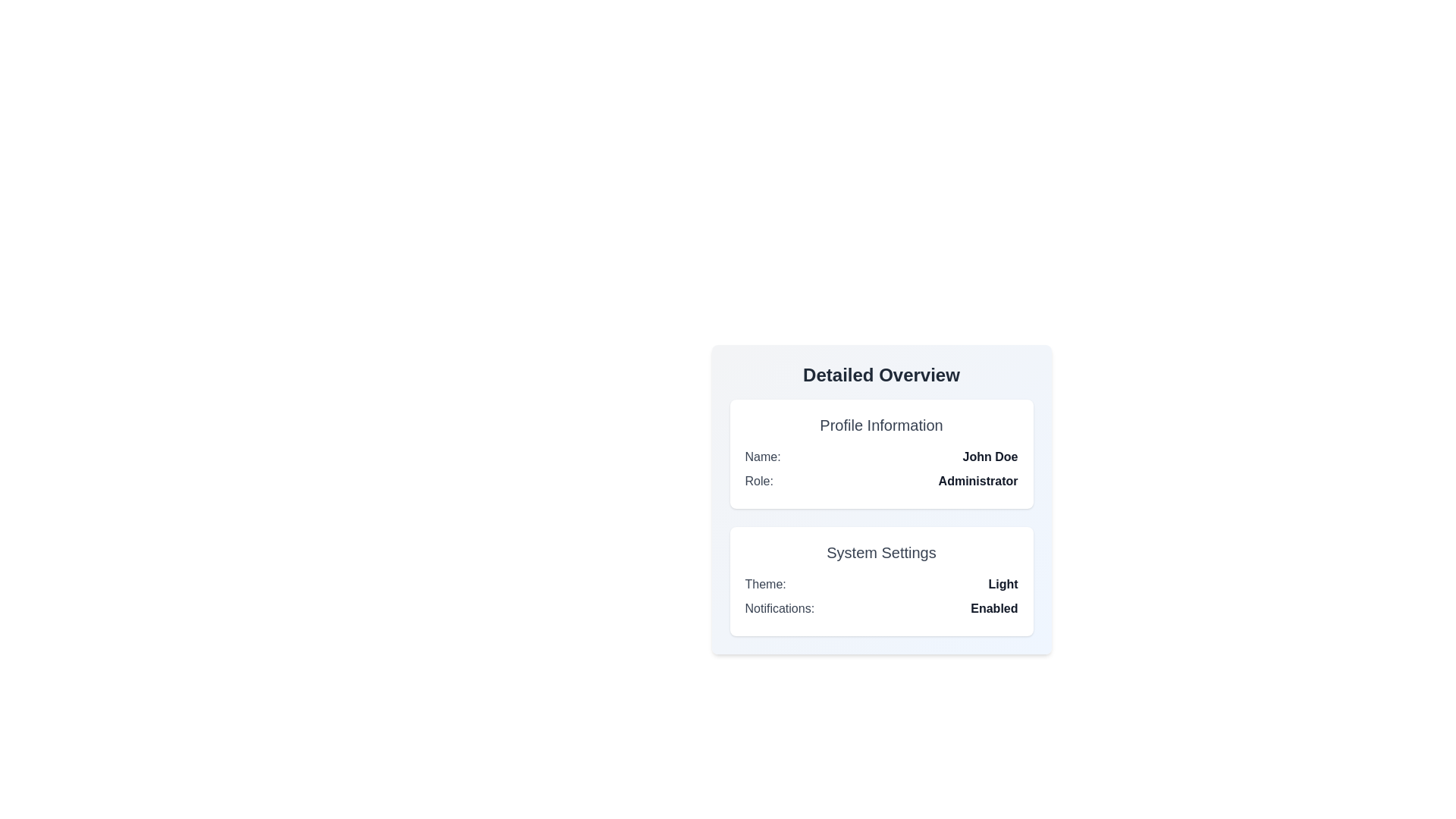  What do you see at coordinates (765, 584) in the screenshot?
I see `the text label displaying 'Theme:' within the 'System Settings' section of the 'Detailed Overview' card` at bounding box center [765, 584].